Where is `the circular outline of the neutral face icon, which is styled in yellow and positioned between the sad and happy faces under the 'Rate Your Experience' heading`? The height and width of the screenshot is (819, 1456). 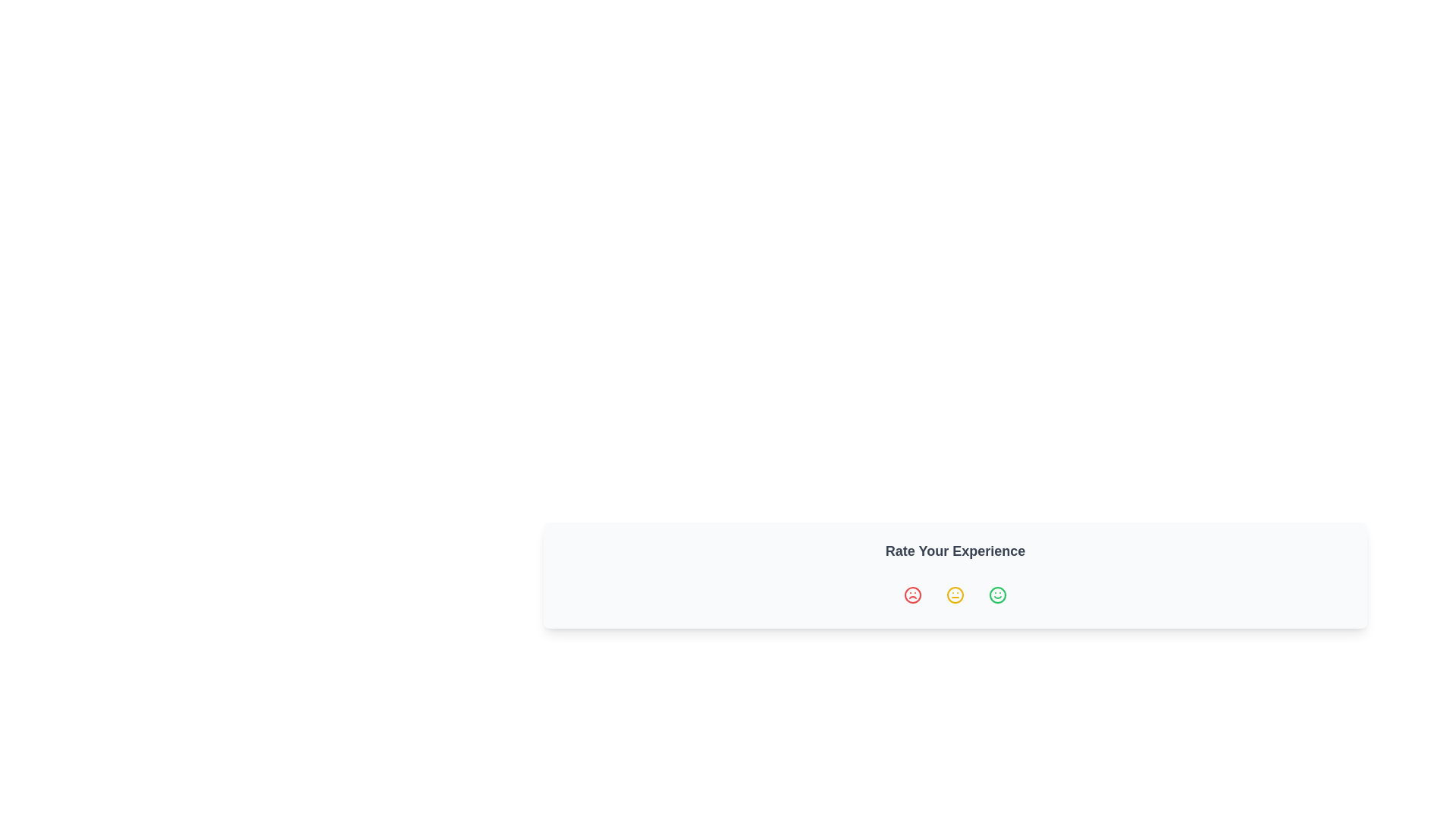
the circular outline of the neutral face icon, which is styled in yellow and positioned between the sad and happy faces under the 'Rate Your Experience' heading is located at coordinates (954, 595).